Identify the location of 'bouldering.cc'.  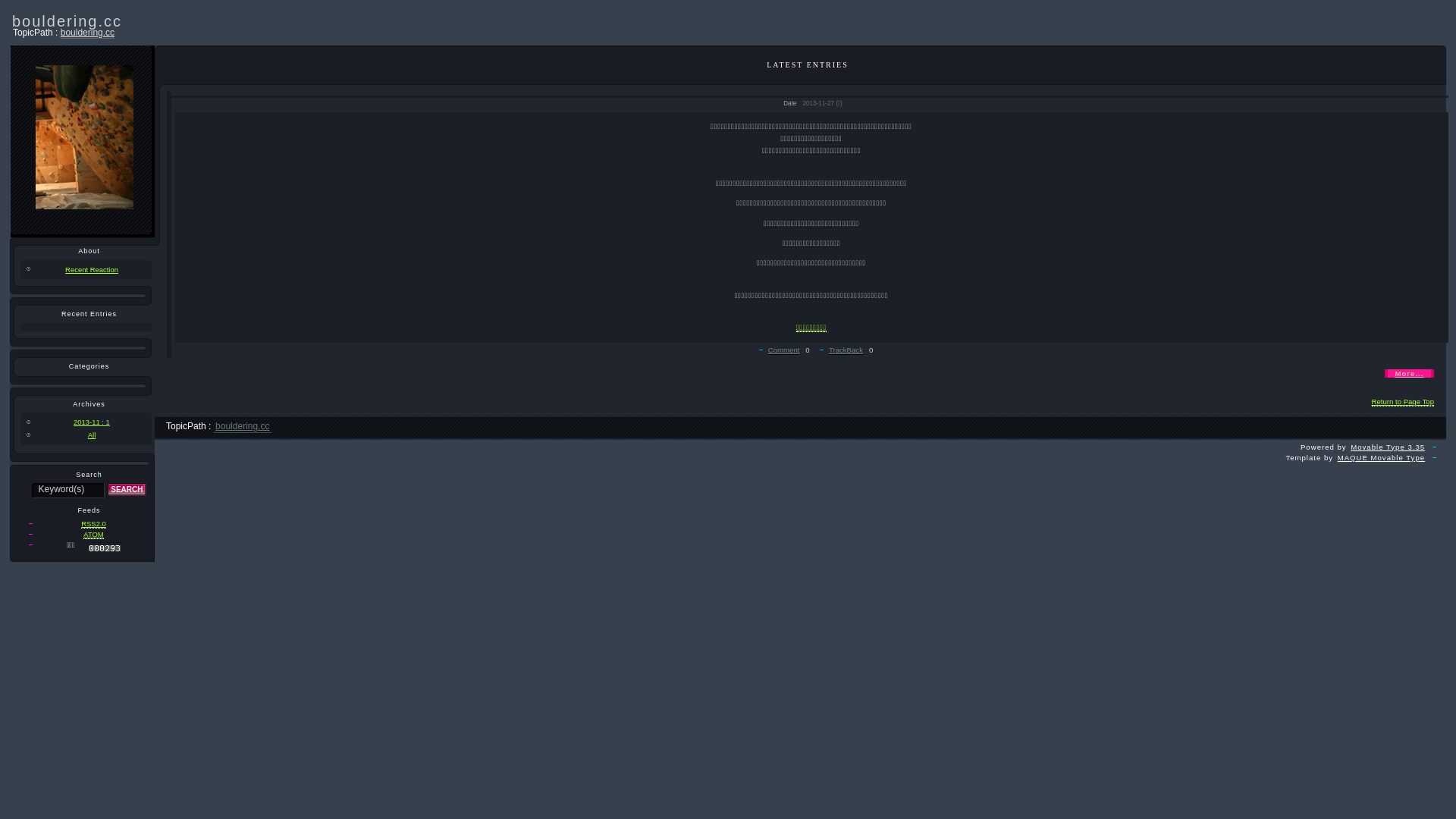
(86, 33).